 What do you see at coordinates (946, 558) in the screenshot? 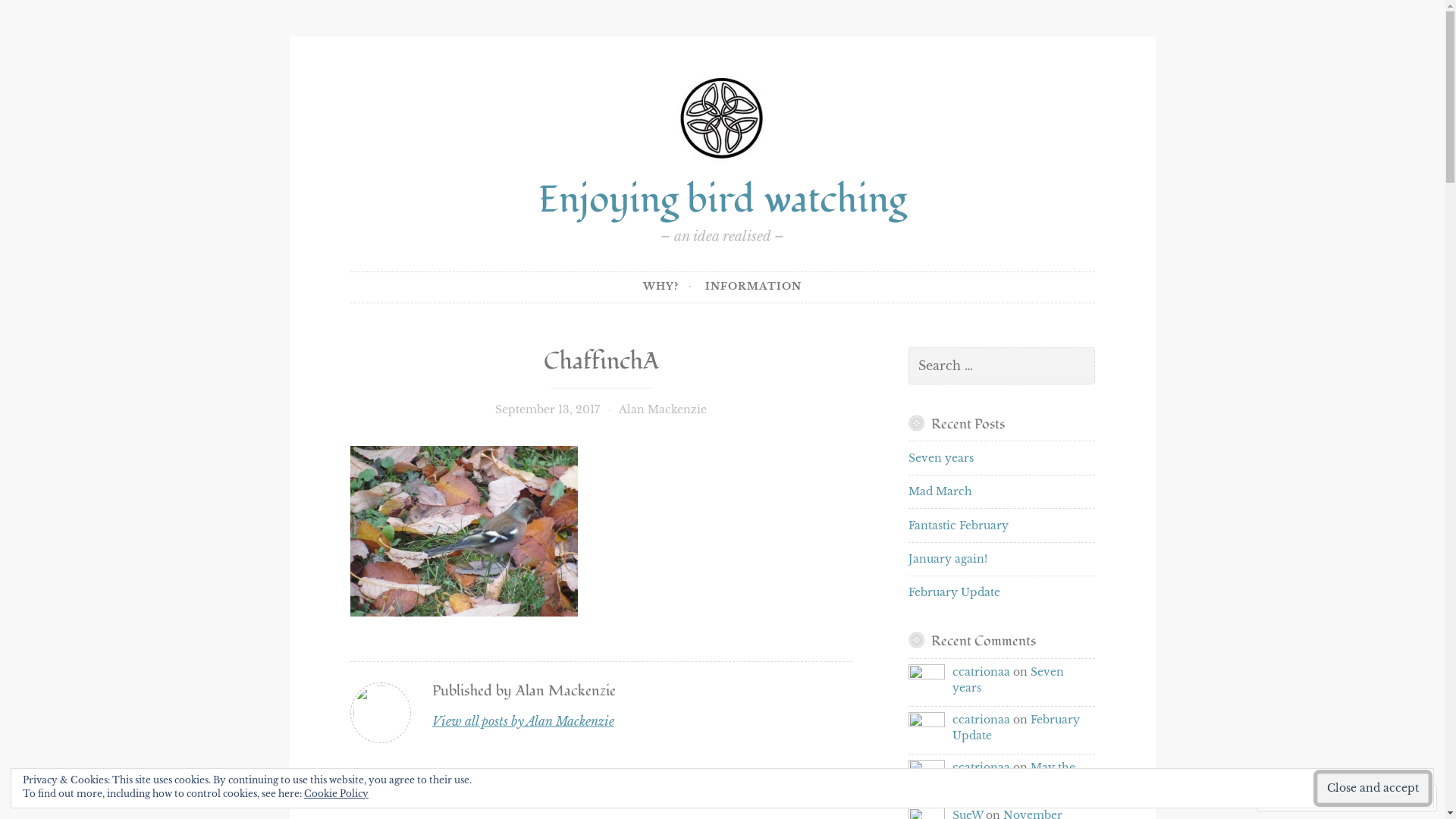
I see `'January again!'` at bounding box center [946, 558].